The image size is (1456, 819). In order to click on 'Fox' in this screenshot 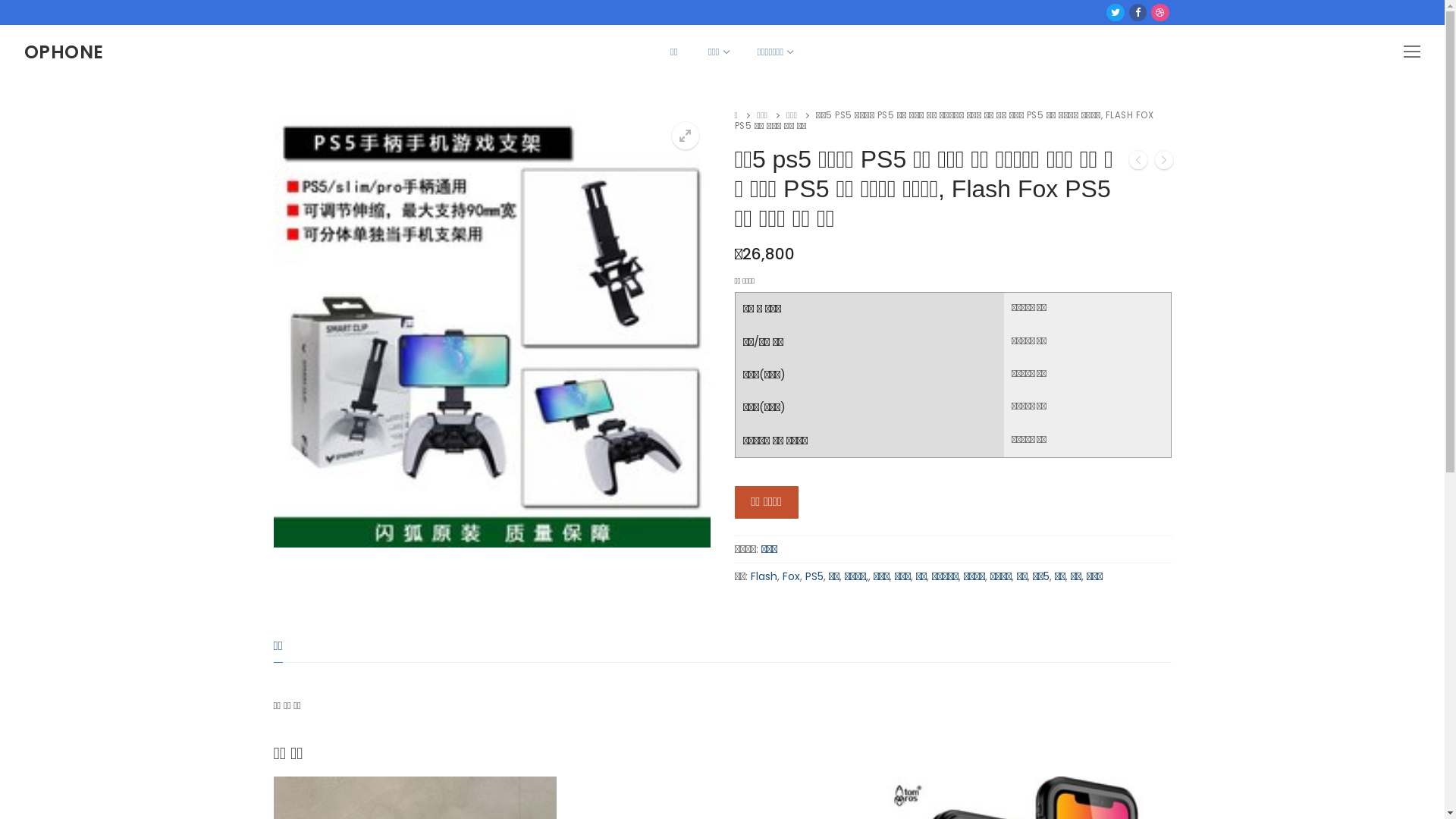, I will do `click(783, 576)`.